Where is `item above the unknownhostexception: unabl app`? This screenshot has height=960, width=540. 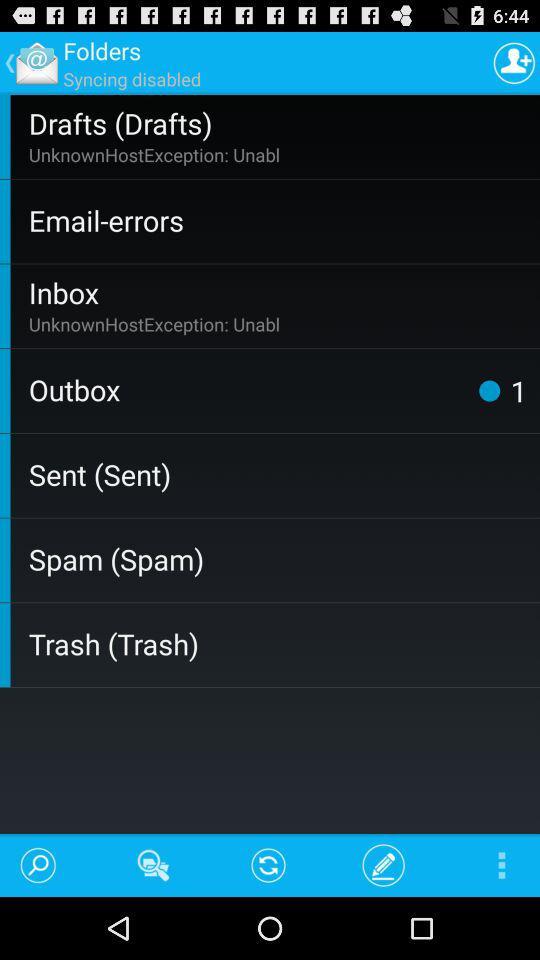
item above the unknownhostexception: unabl app is located at coordinates (279, 291).